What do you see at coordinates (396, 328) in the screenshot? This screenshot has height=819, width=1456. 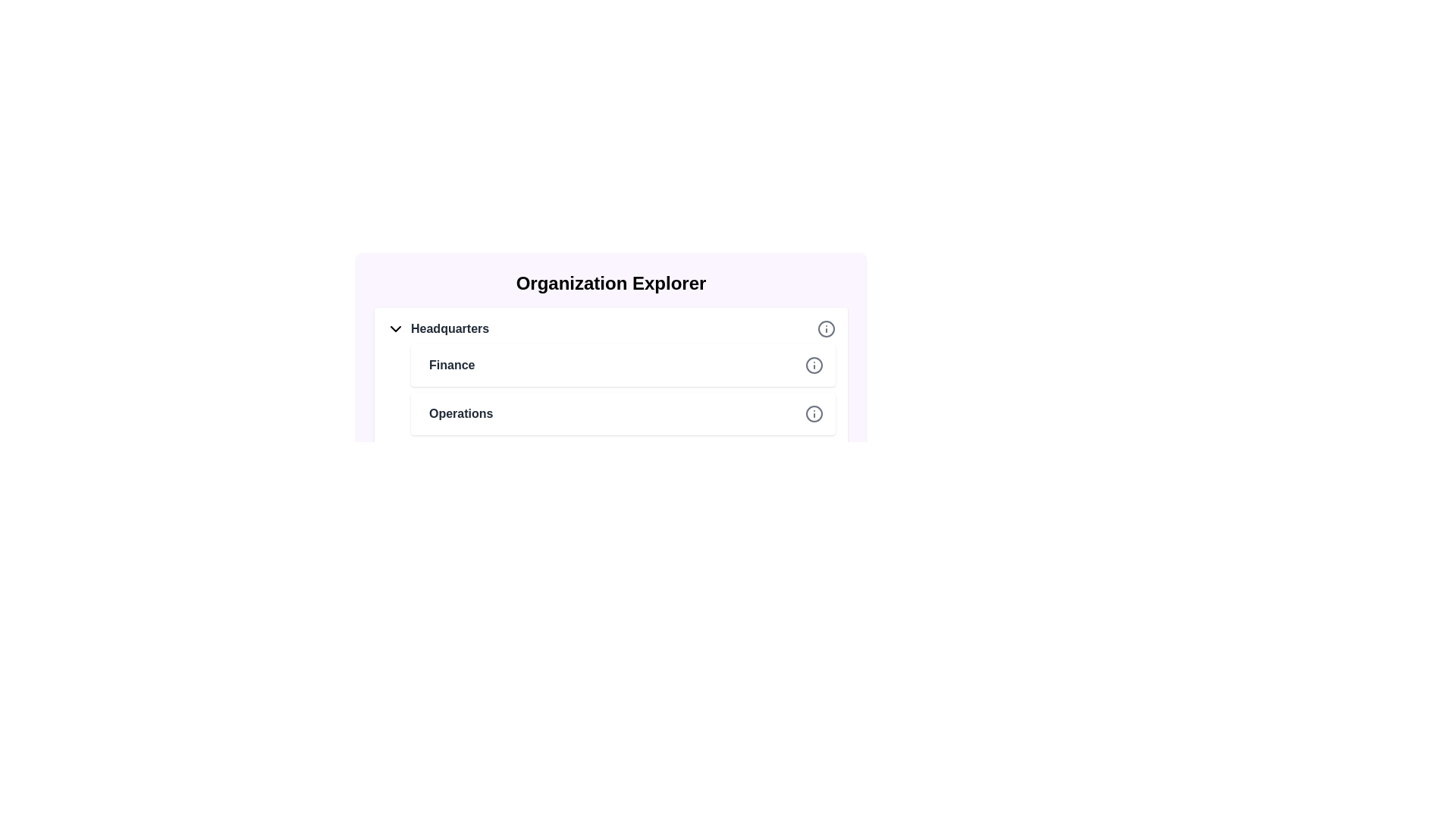 I see `the downward-pointing chevron icon located to the left of the 'Headquarters' text in the 'Organization Explorer' interface` at bounding box center [396, 328].